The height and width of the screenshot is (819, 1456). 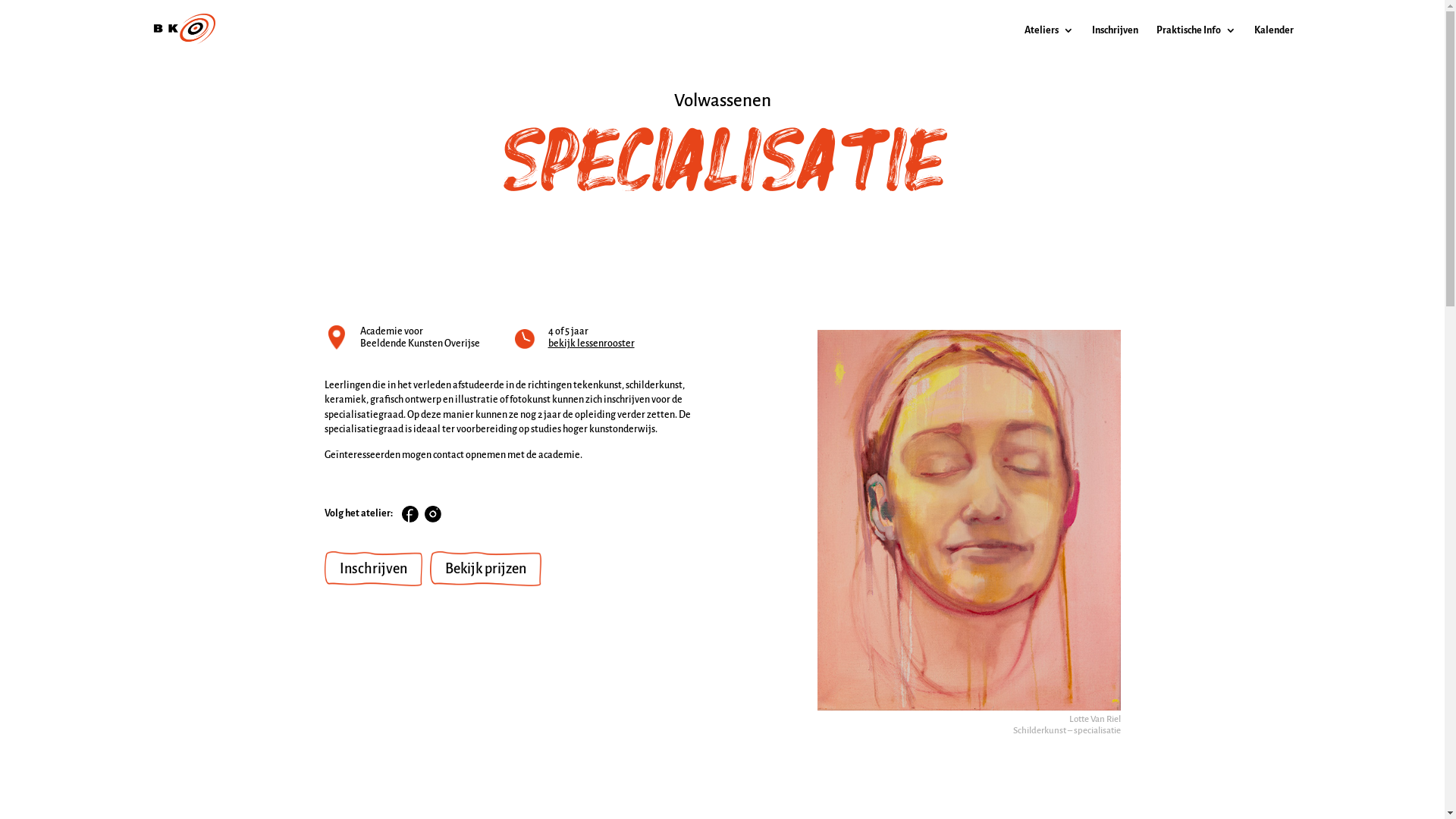 What do you see at coordinates (323, 568) in the screenshot?
I see `'Inschrijven'` at bounding box center [323, 568].